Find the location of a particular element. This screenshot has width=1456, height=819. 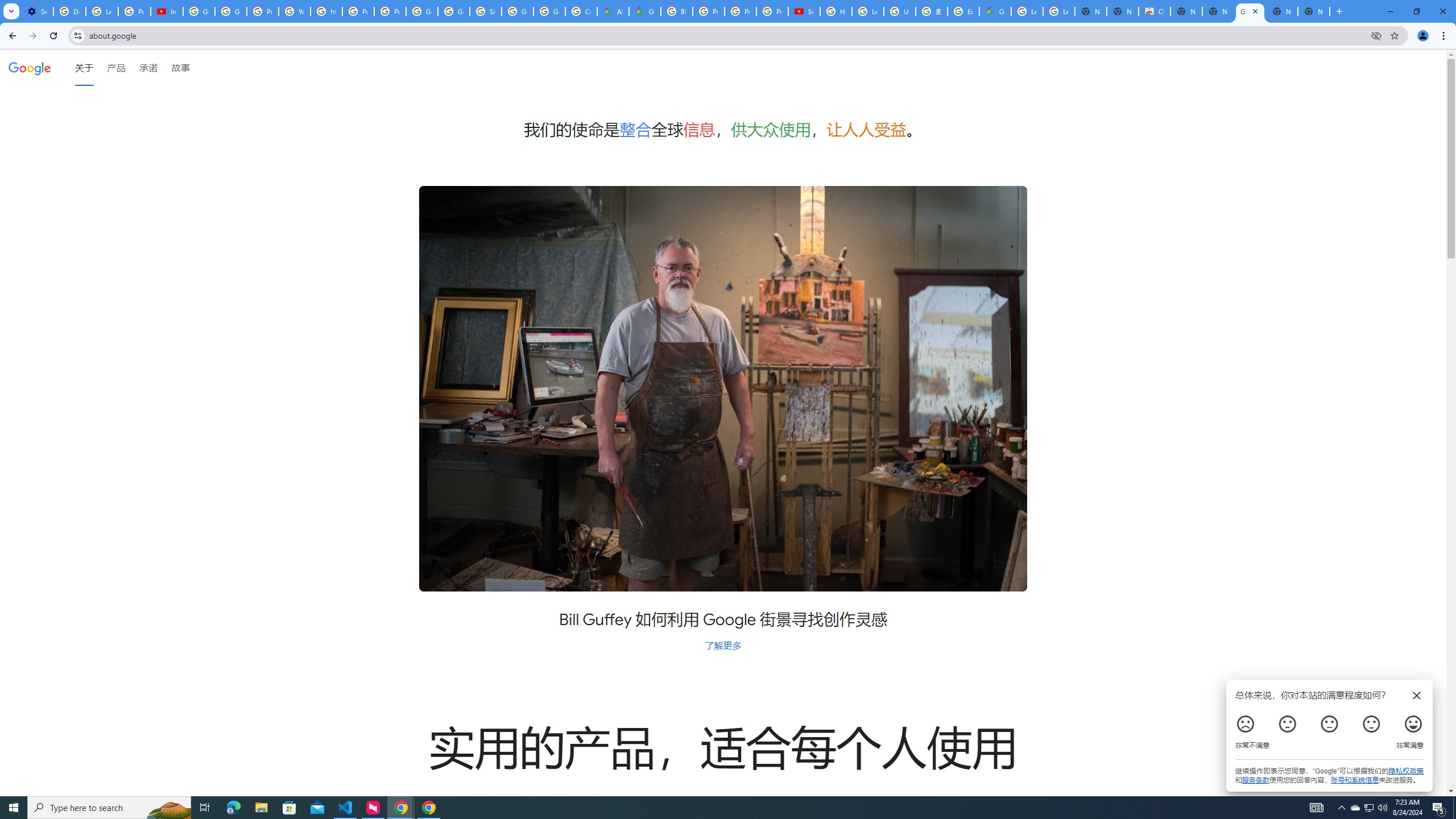

'Settings - Customize profile' is located at coordinates (37, 11).